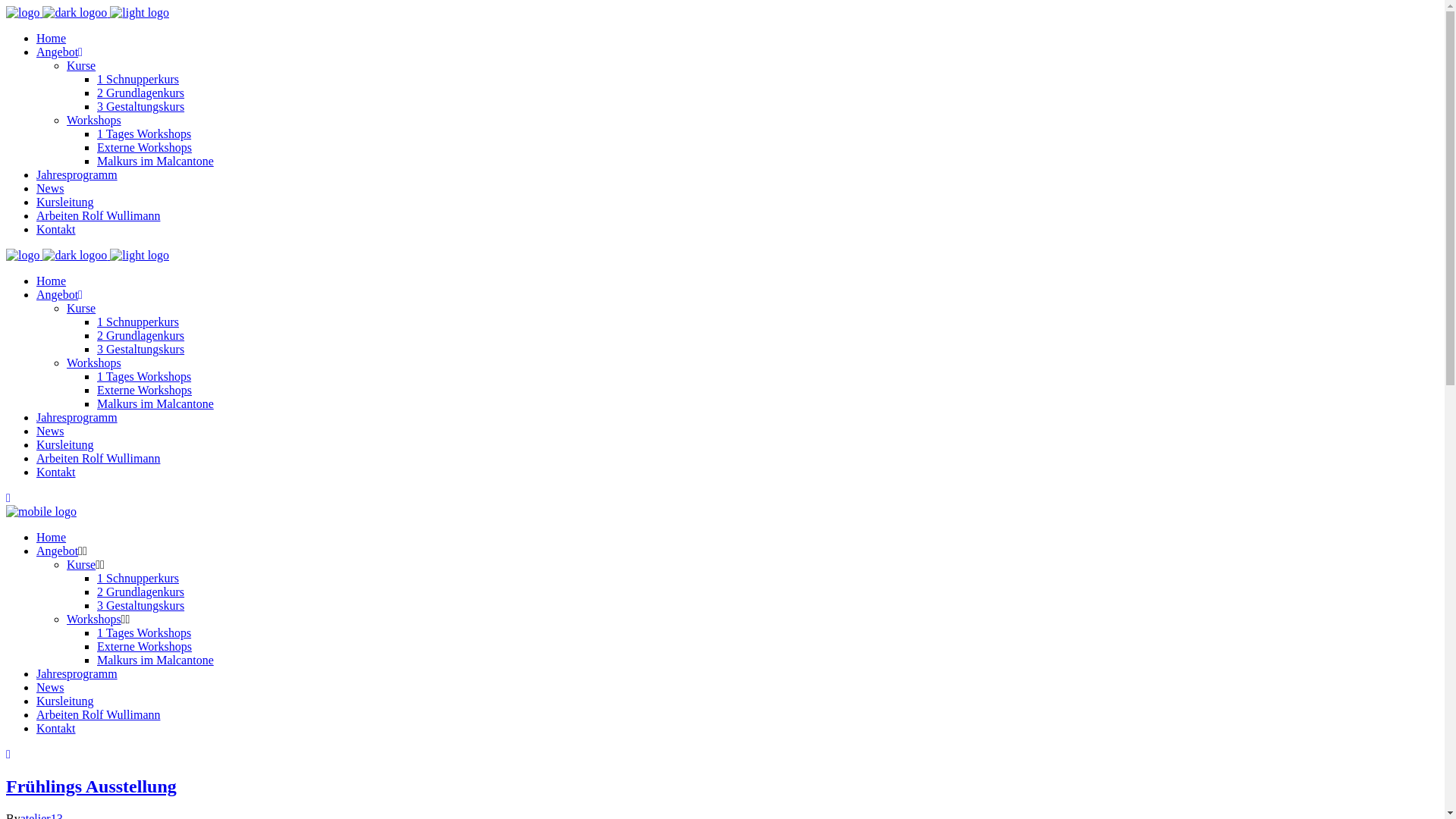 Image resolution: width=1456 pixels, height=819 pixels. I want to click on 'Jahresprogramm', so click(76, 417).